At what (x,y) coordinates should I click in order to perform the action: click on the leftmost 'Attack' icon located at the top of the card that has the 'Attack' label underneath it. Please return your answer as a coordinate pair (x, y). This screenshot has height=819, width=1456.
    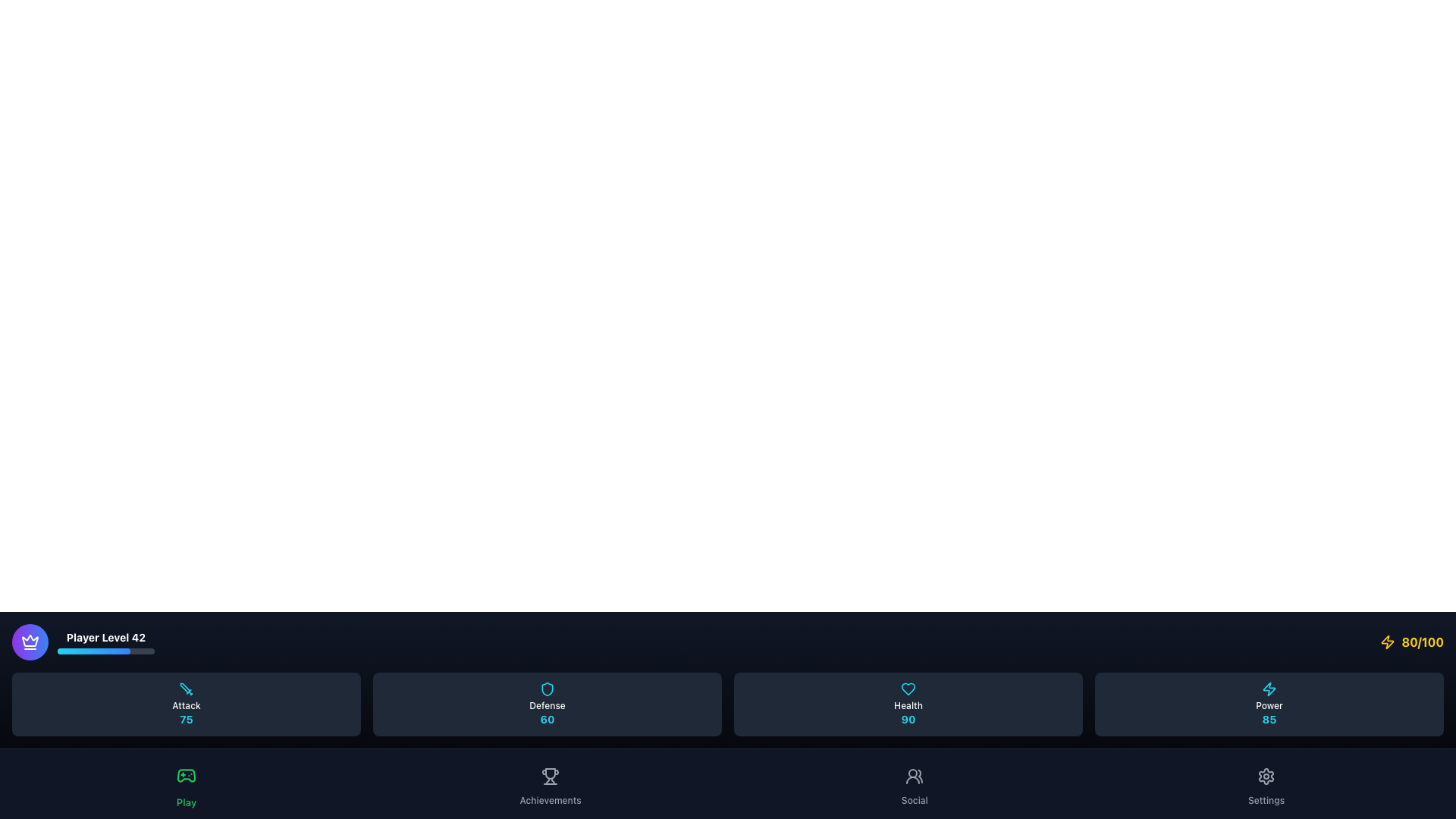
    Looking at the image, I should click on (185, 689).